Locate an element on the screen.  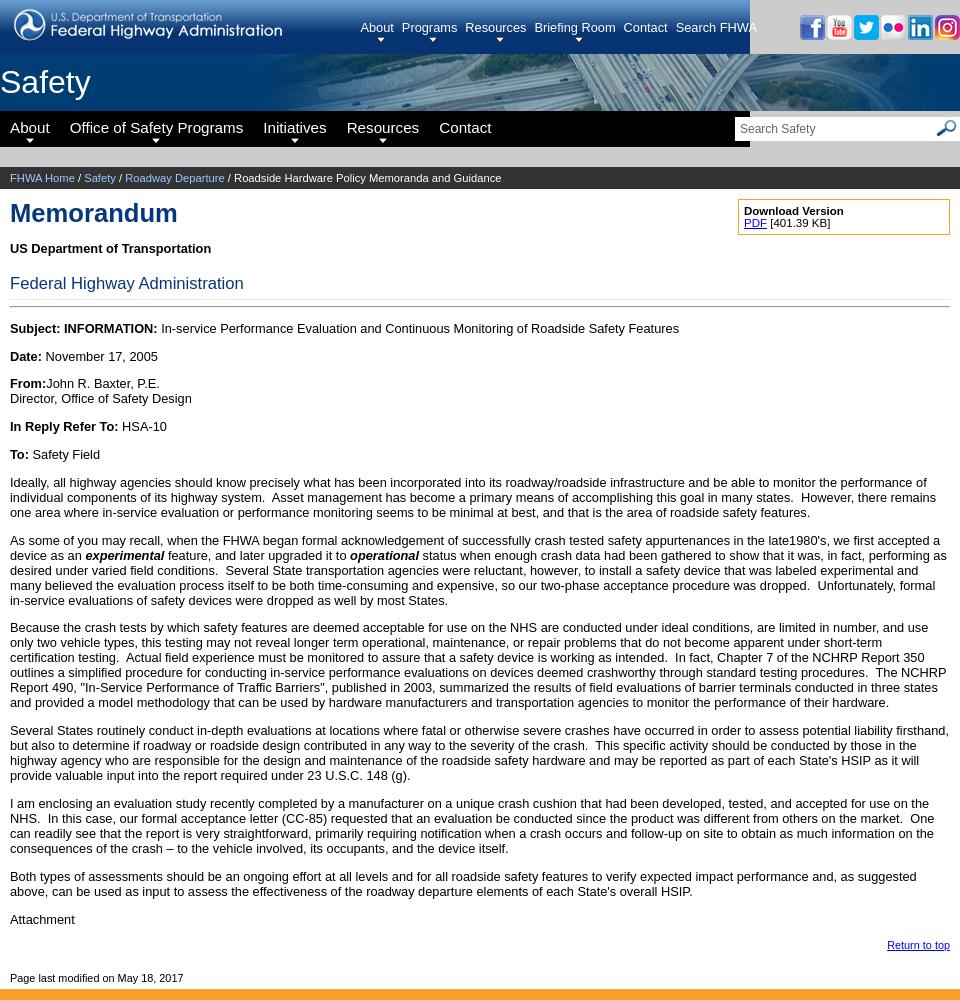
'Date:' is located at coordinates (25, 354).